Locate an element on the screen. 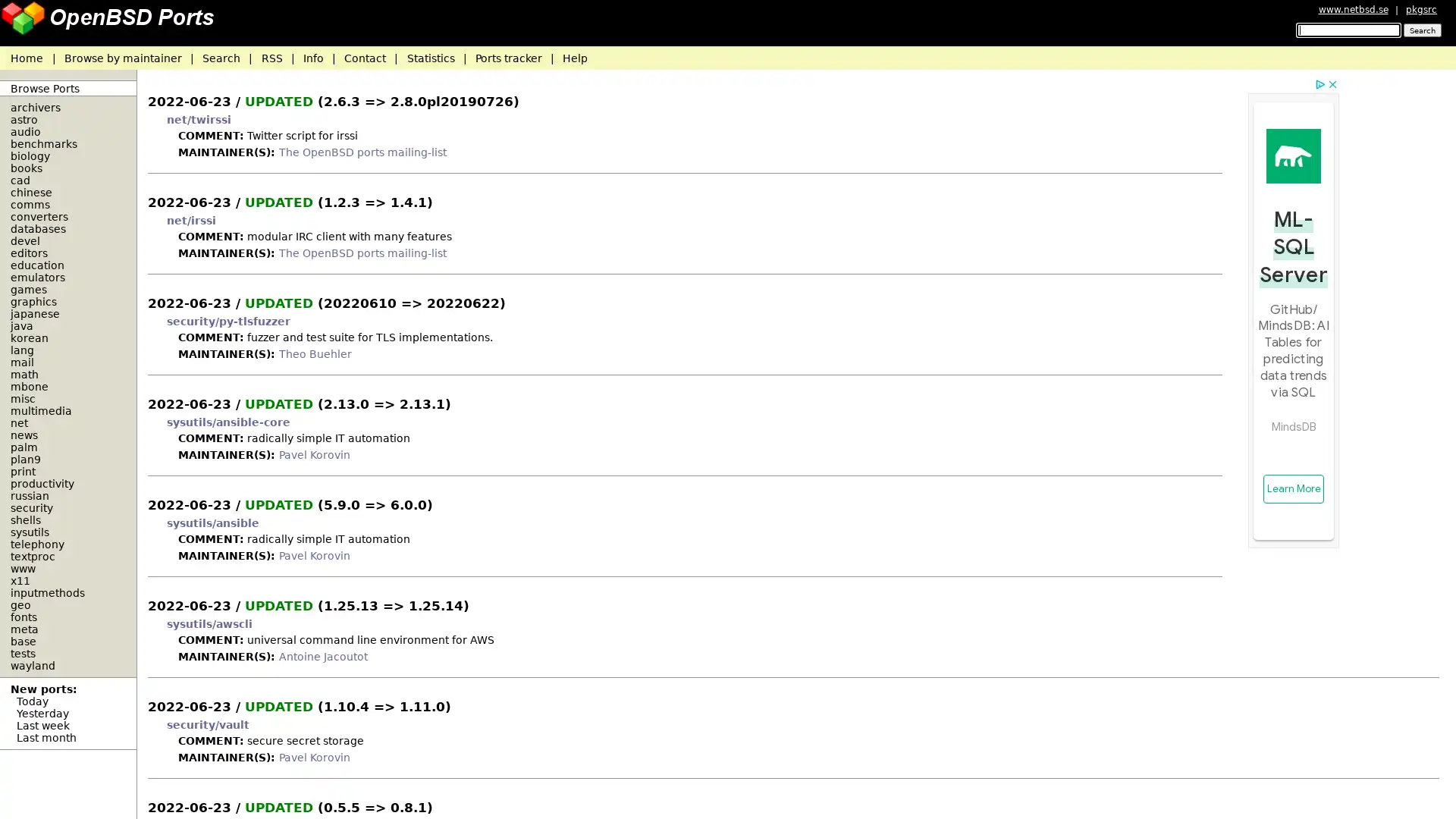 The height and width of the screenshot is (819, 1456). Search is located at coordinates (1421, 30).